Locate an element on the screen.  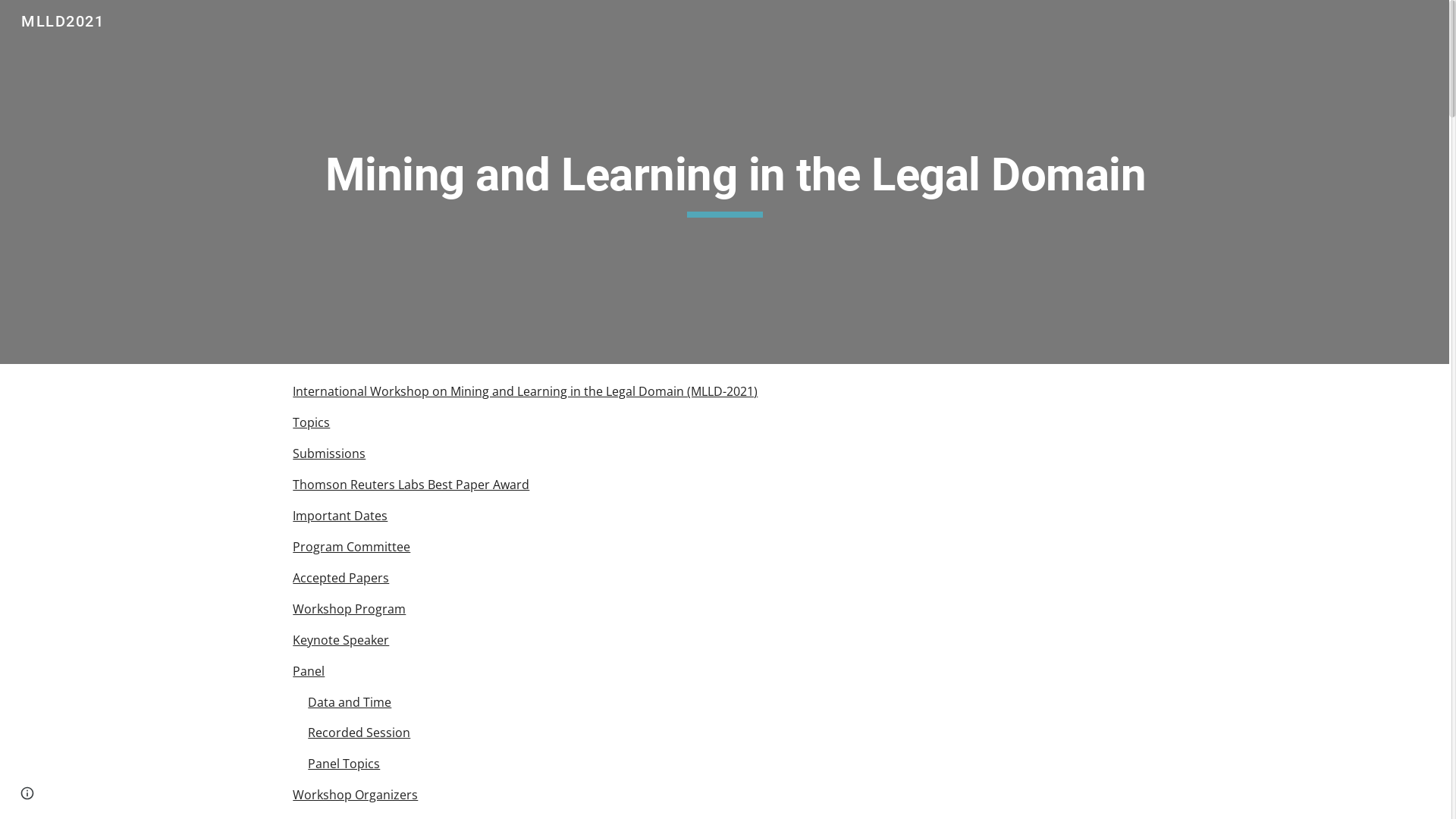
'Data and Time' is located at coordinates (348, 701).